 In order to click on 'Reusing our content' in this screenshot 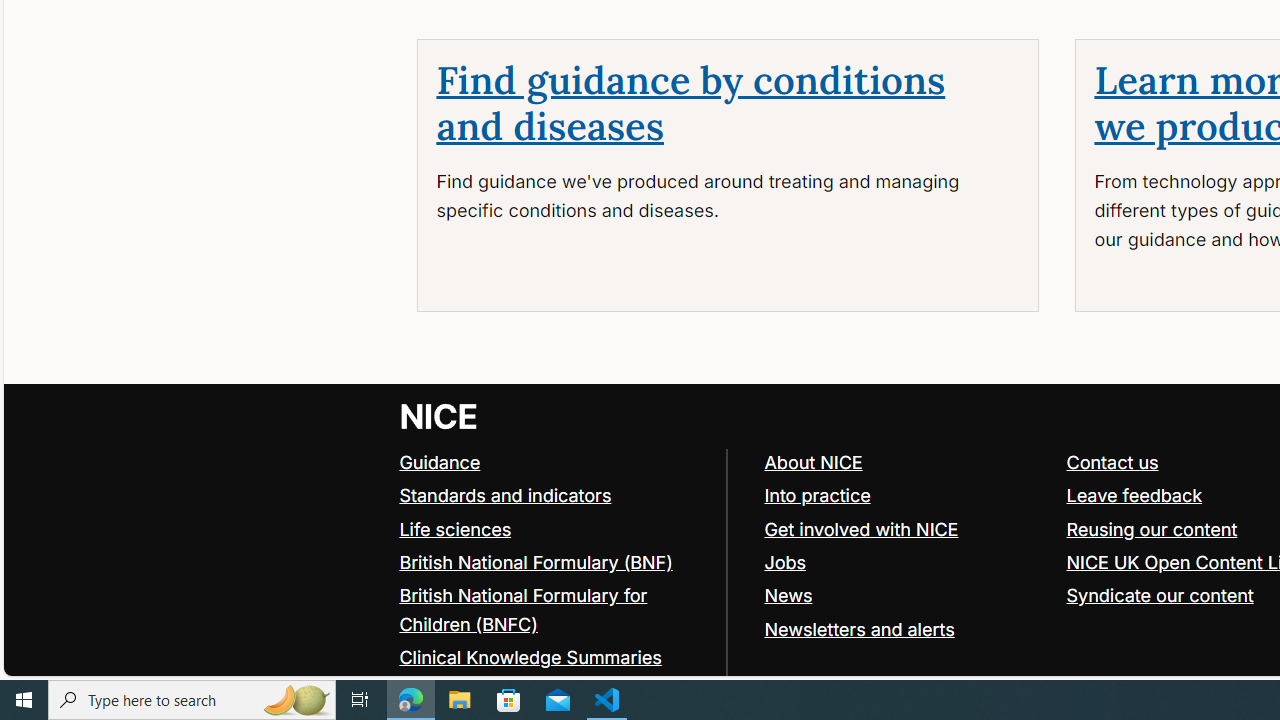, I will do `click(1152, 527)`.